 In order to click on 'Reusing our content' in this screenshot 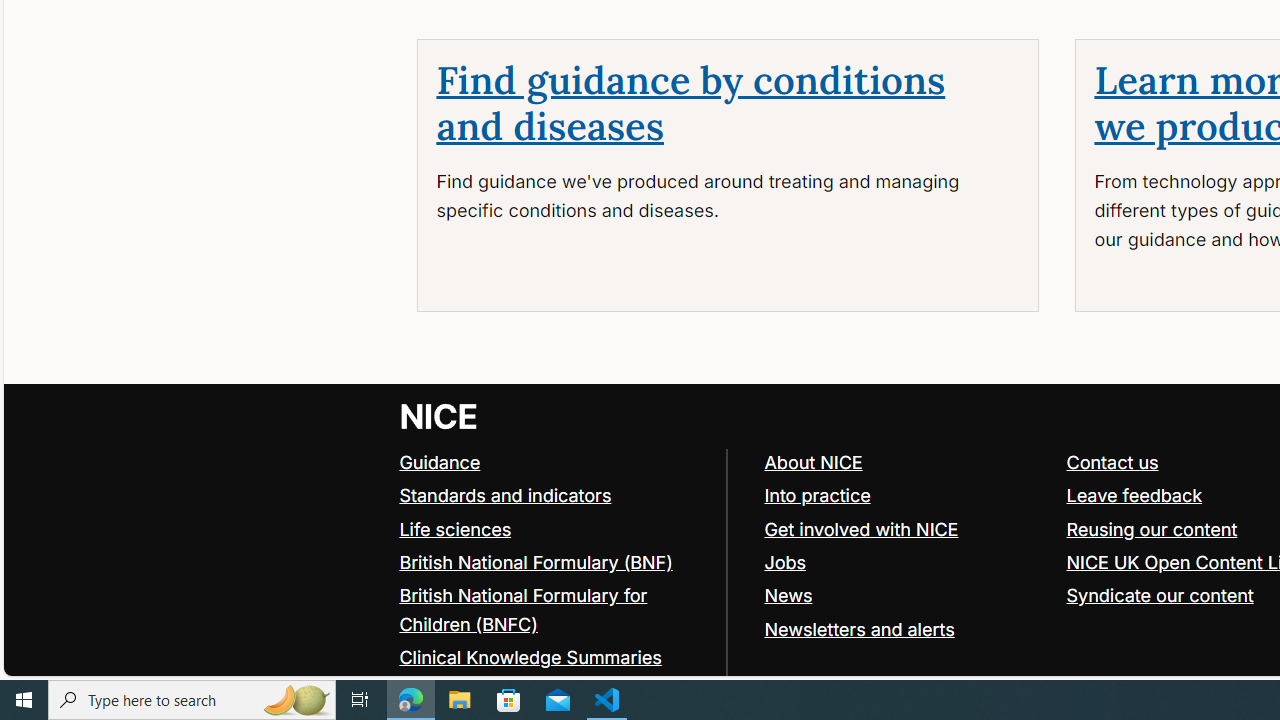, I will do `click(1152, 527)`.